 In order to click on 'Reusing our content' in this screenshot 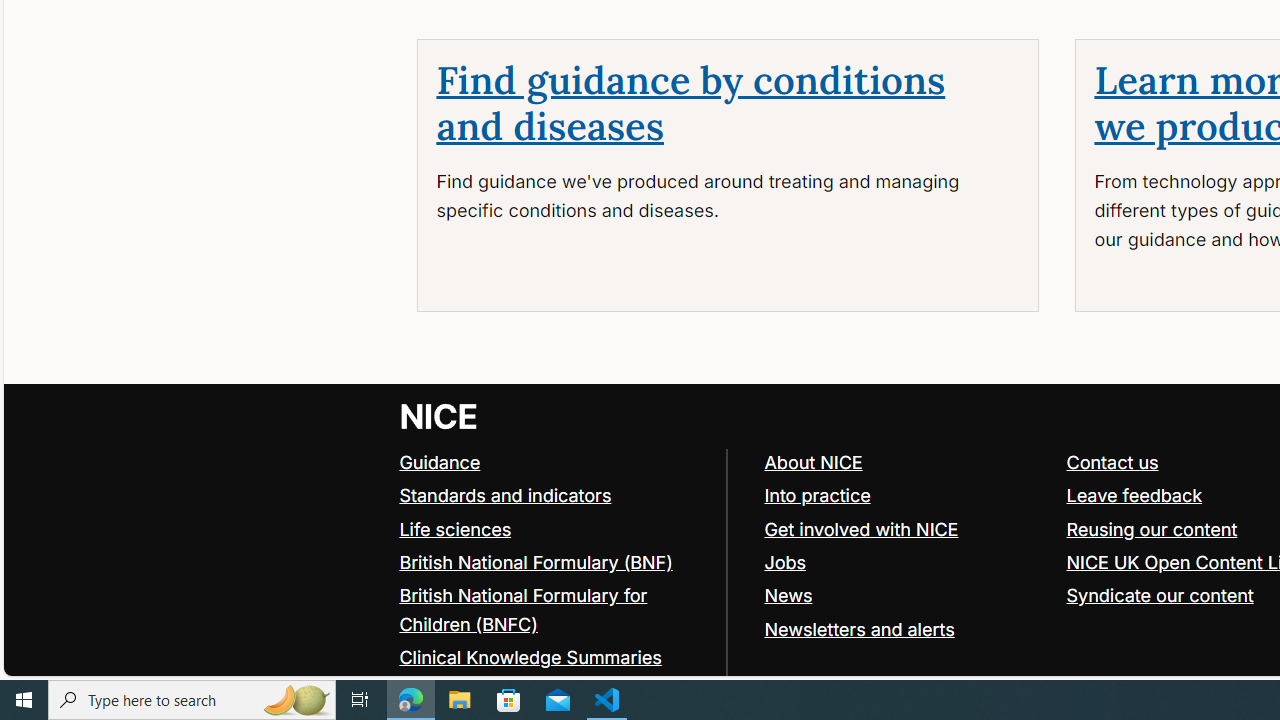, I will do `click(1152, 527)`.